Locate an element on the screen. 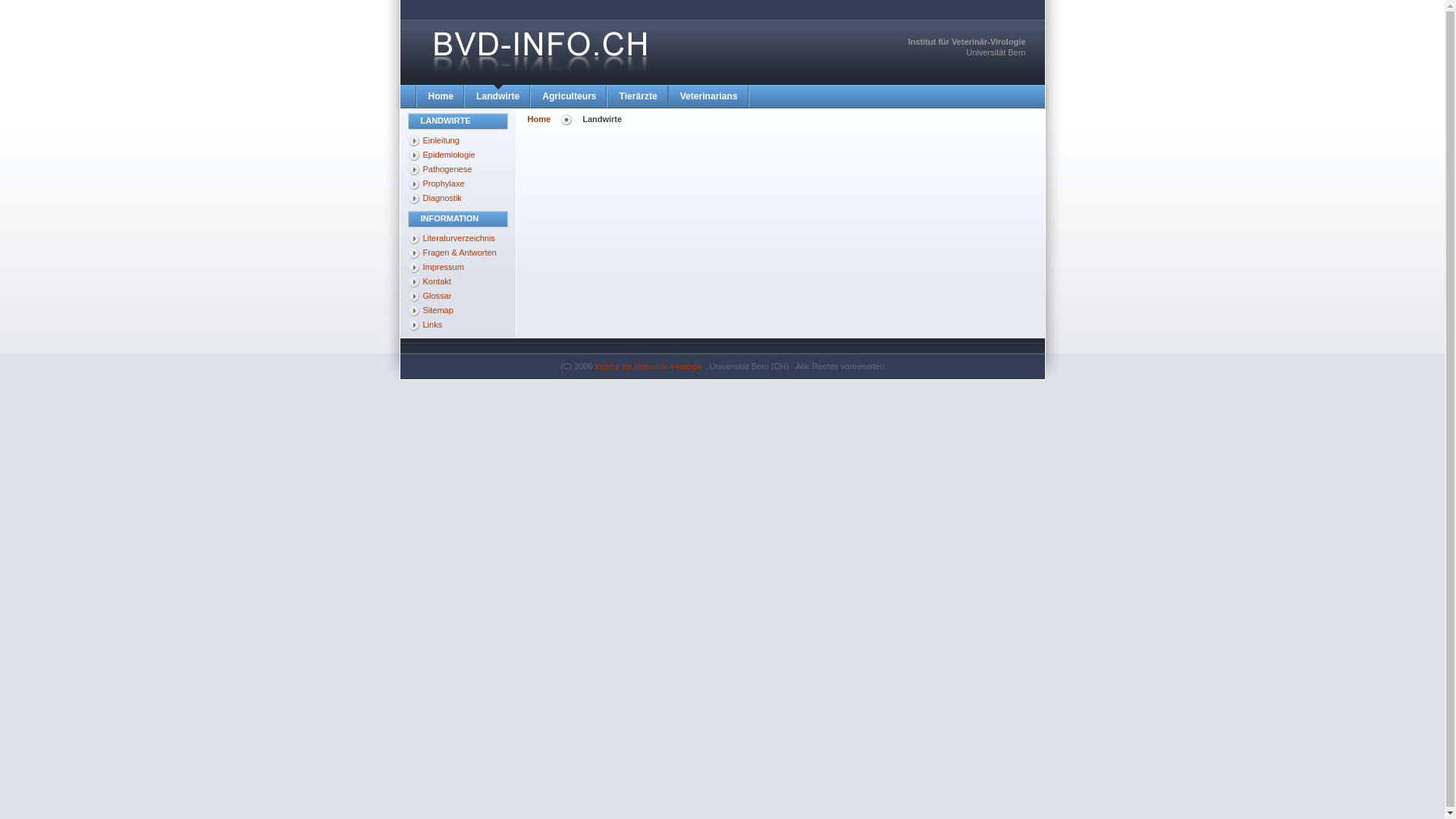 This screenshot has width=1456, height=819. 'Impressum' is located at coordinates (457, 265).